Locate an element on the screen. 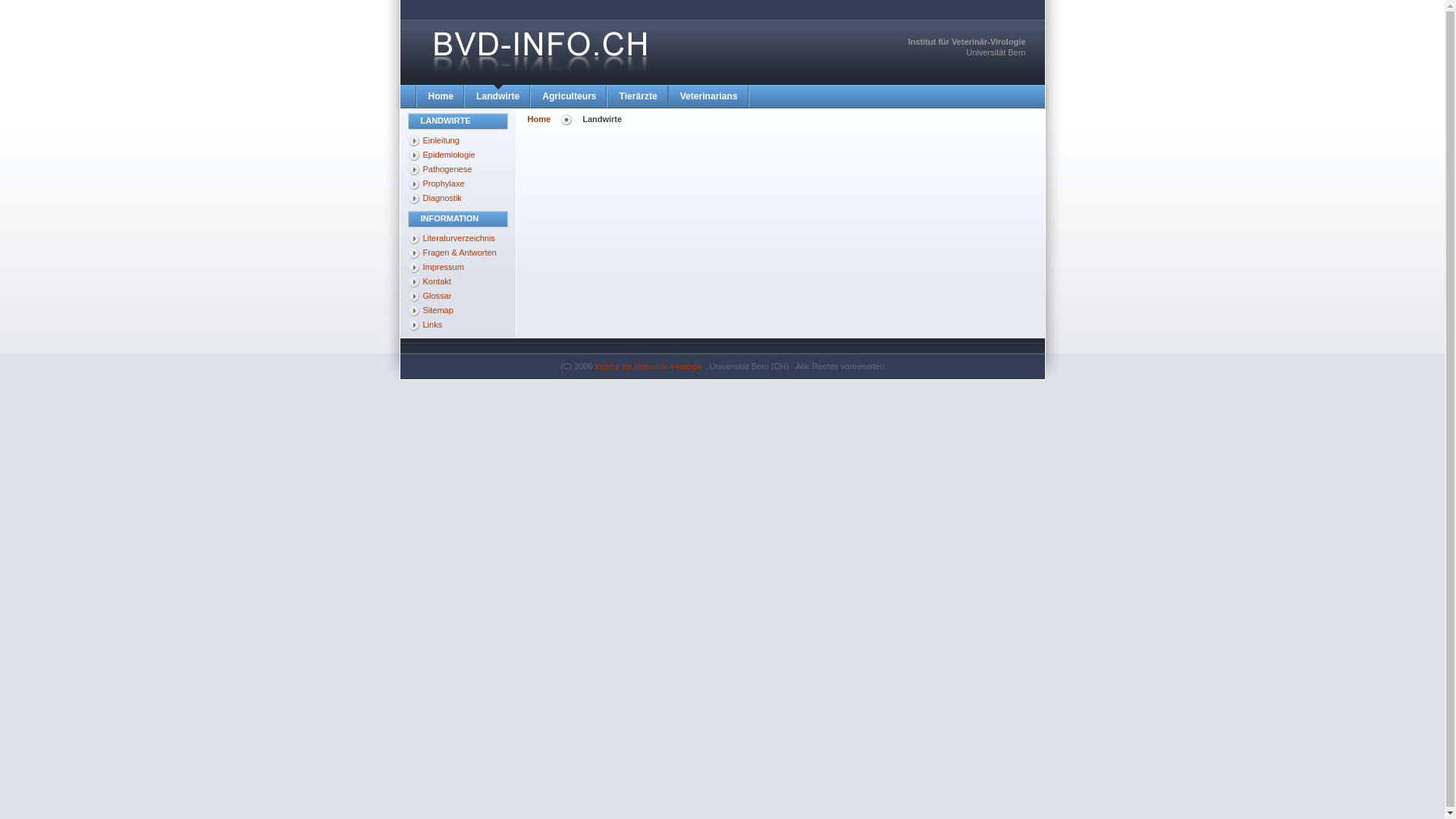 This screenshot has width=1456, height=819. 'Impressum' is located at coordinates (457, 265).